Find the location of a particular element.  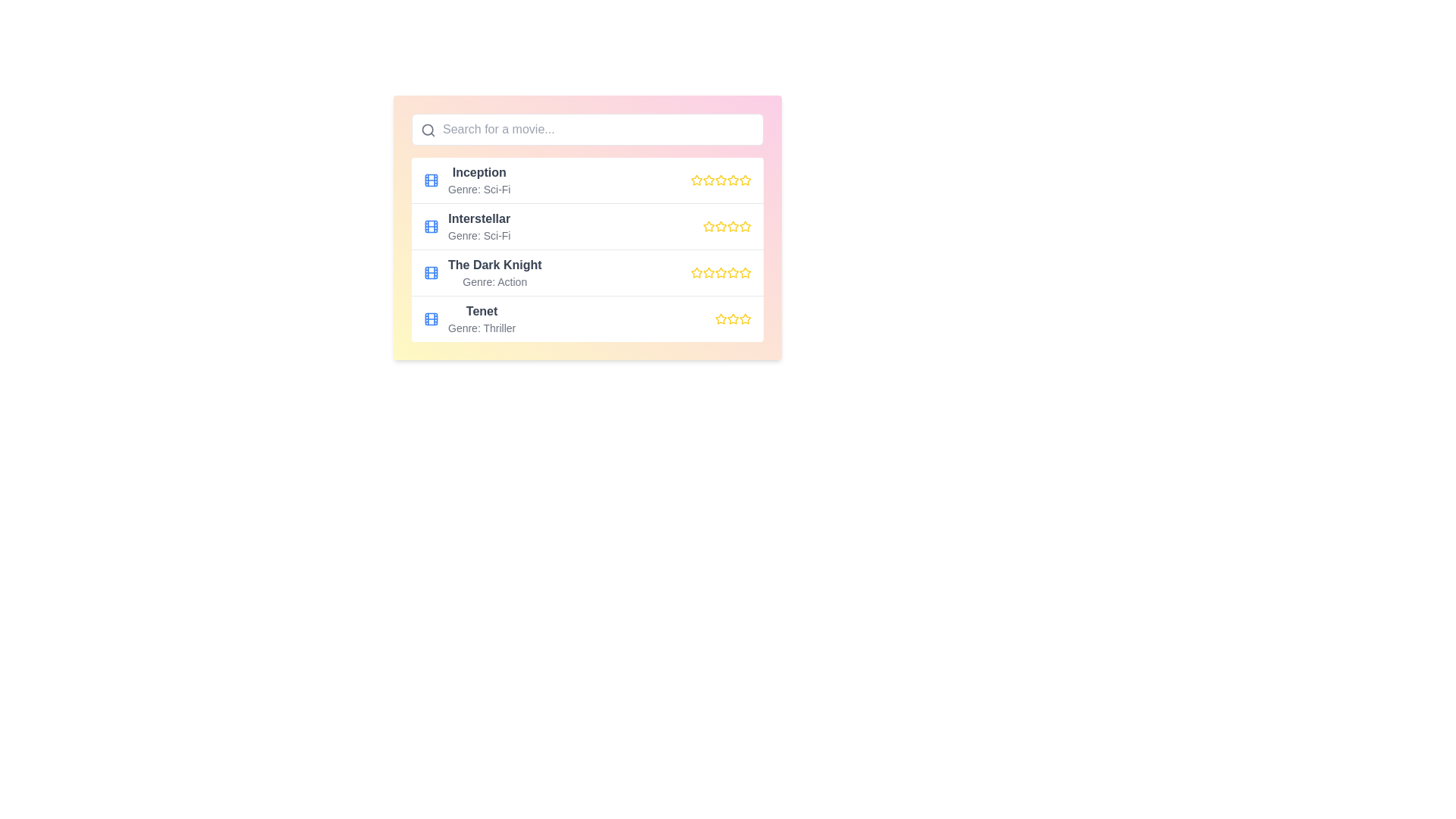

the fourth yellow star icon in the rating widget for the movie 'The Dark Knight' is located at coordinates (745, 271).